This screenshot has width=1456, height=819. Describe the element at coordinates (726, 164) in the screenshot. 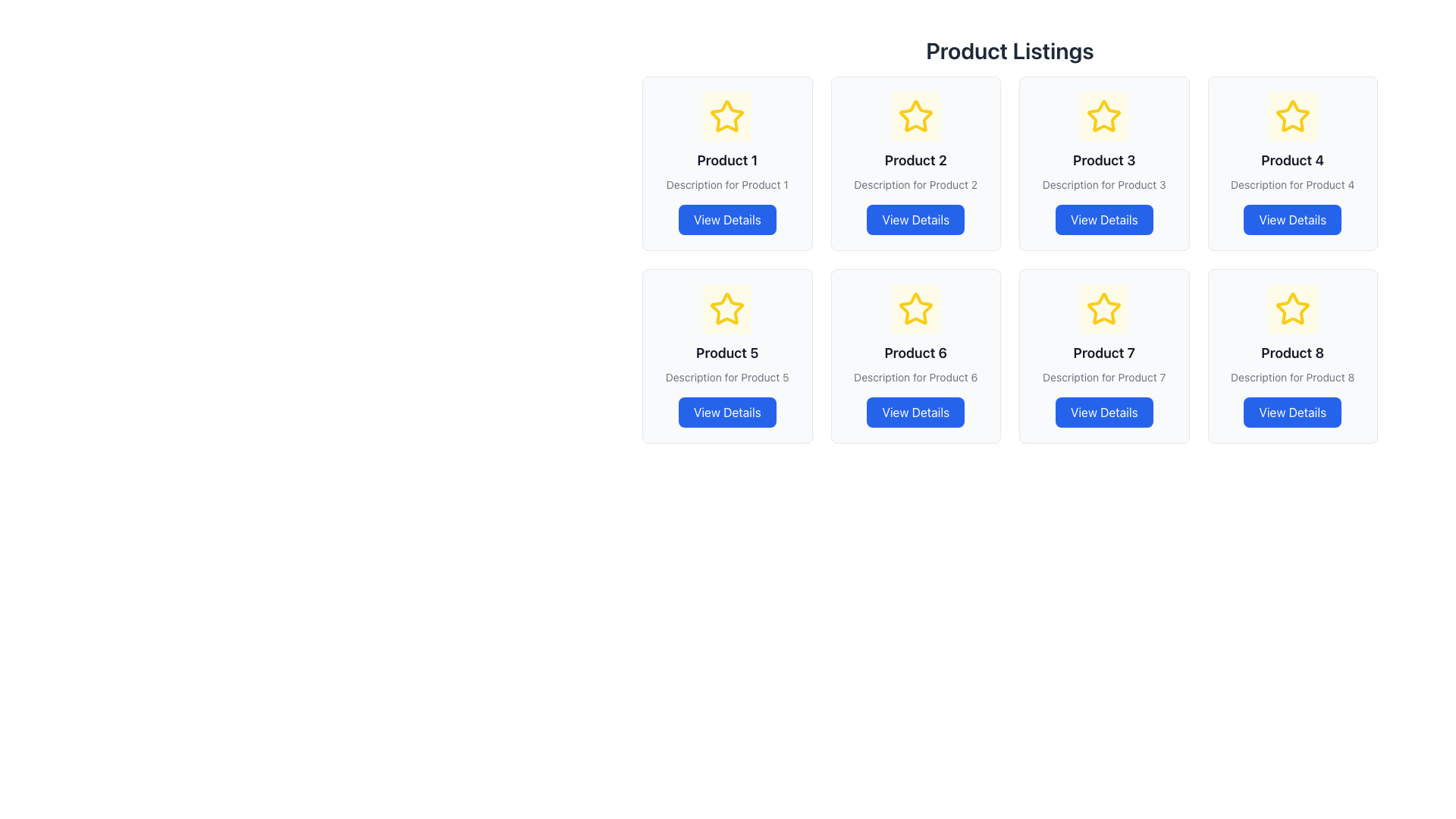

I see `the product card component featuring a yellow star icon, the title 'Product 1', and a blue 'View Details' button at the bottom` at that location.